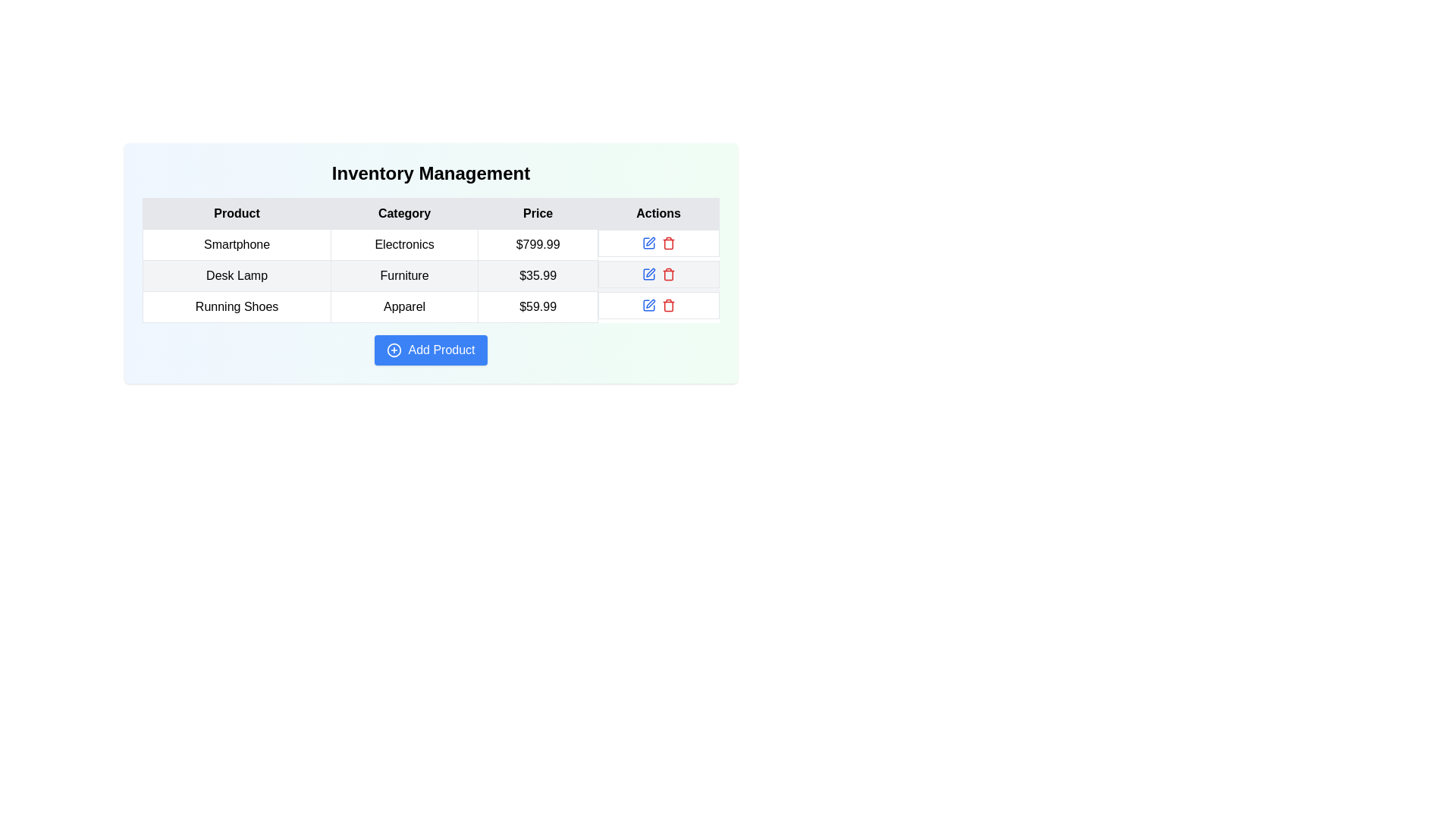  I want to click on the delete icon in the Actions column of the last row for the product 'Running Shoes' in the 'Inventory Management' table to initiate deletion, so click(658, 305).